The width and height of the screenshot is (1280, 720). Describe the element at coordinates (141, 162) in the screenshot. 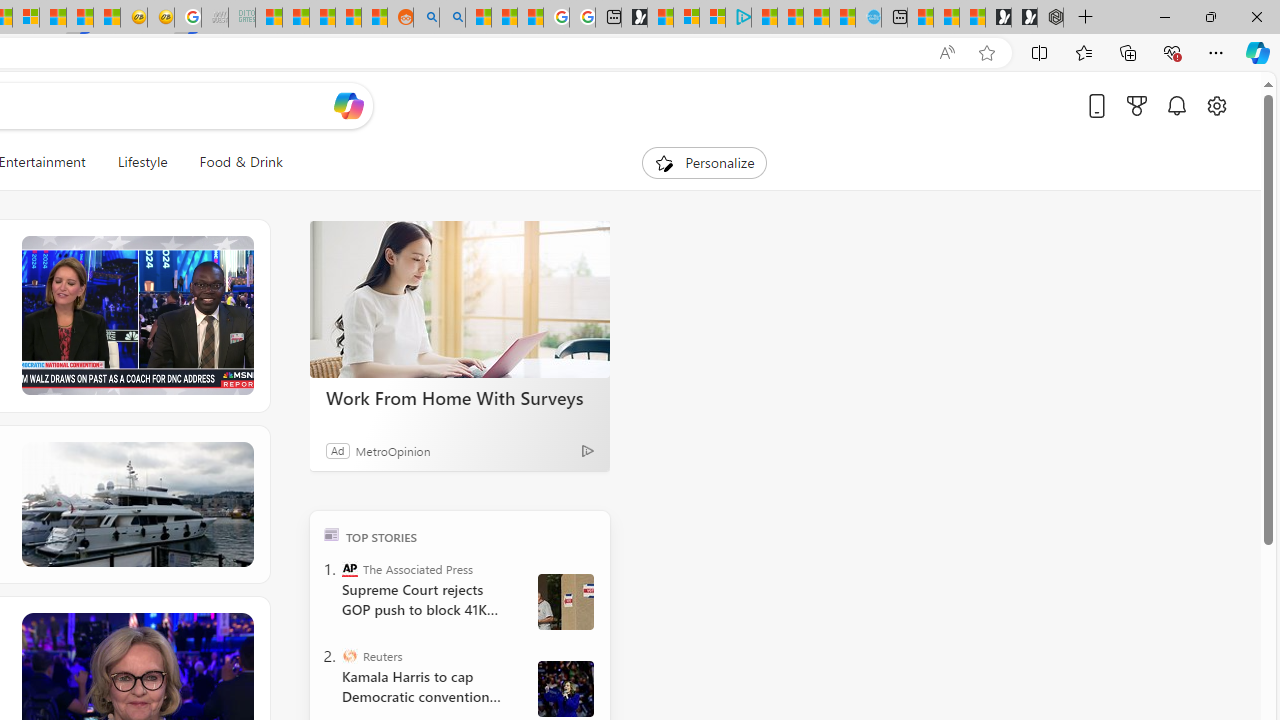

I see `'Lifestyle'` at that location.